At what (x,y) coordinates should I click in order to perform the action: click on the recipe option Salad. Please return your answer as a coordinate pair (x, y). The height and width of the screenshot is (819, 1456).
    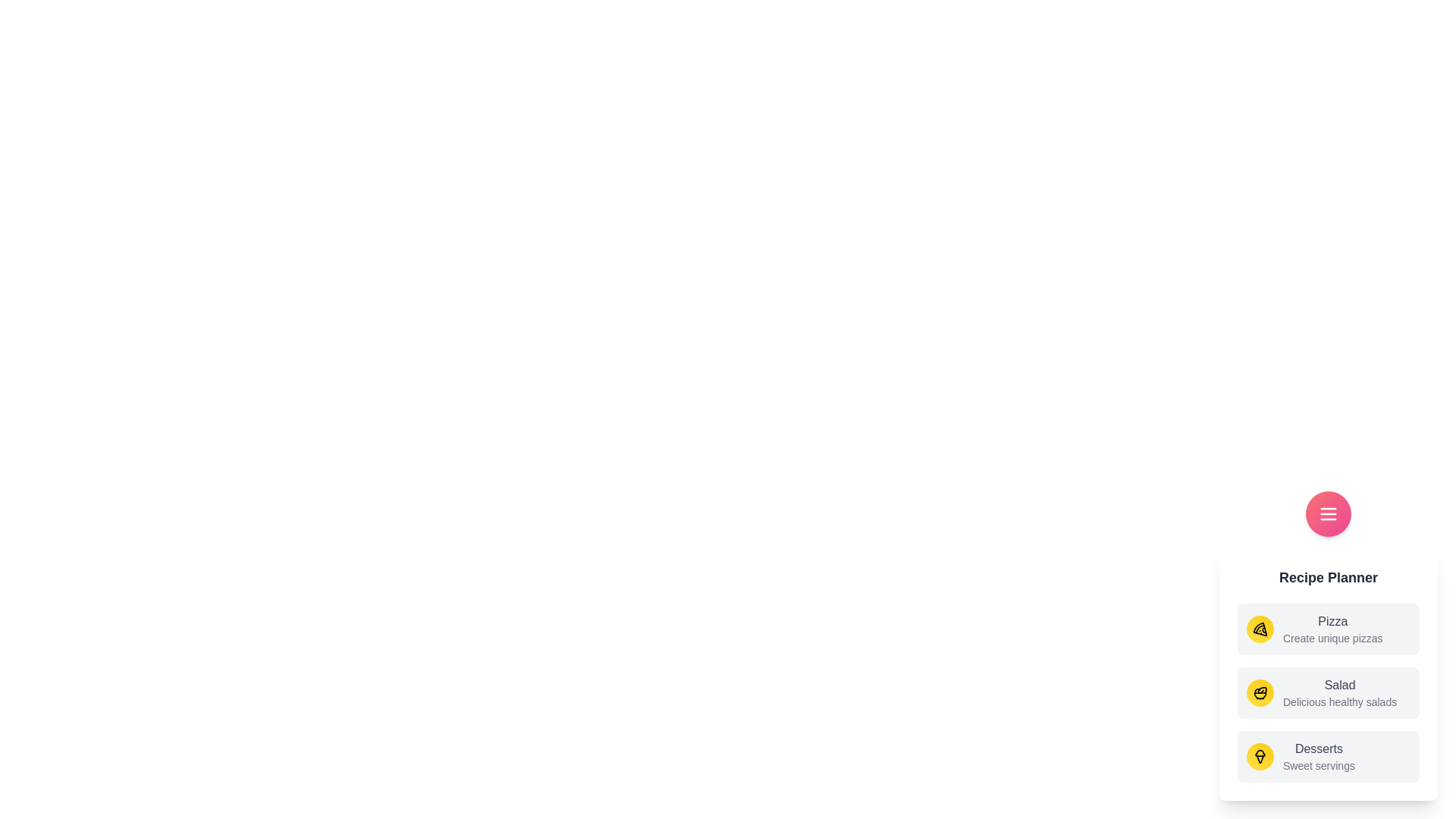
    Looking at the image, I should click on (1328, 693).